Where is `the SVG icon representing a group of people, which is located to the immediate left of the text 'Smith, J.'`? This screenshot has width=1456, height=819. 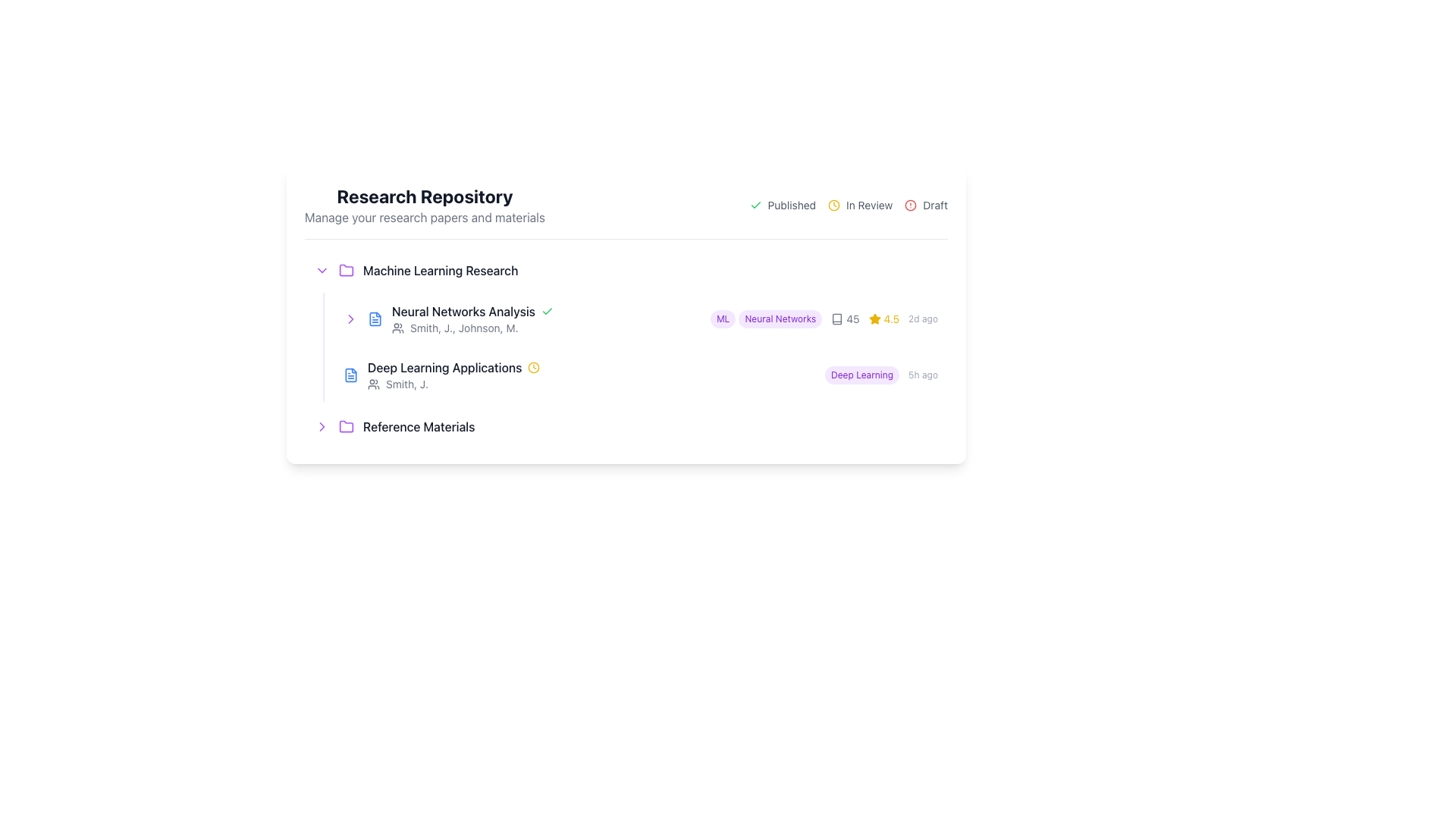
the SVG icon representing a group of people, which is located to the immediate left of the text 'Smith, J.' is located at coordinates (374, 383).